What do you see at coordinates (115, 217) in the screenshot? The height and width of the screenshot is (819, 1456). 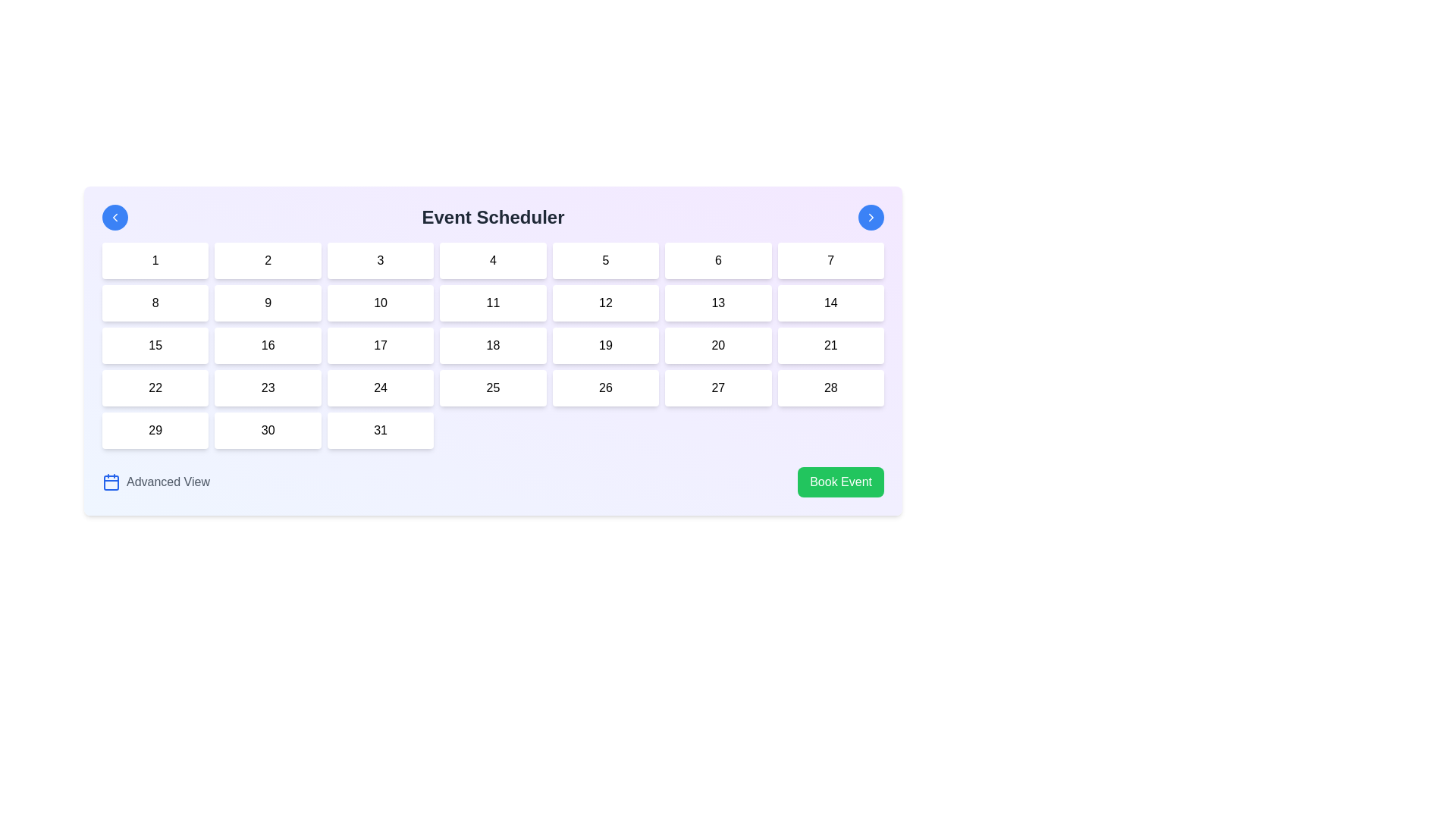 I see `the navigational icon inside the circular button` at bounding box center [115, 217].